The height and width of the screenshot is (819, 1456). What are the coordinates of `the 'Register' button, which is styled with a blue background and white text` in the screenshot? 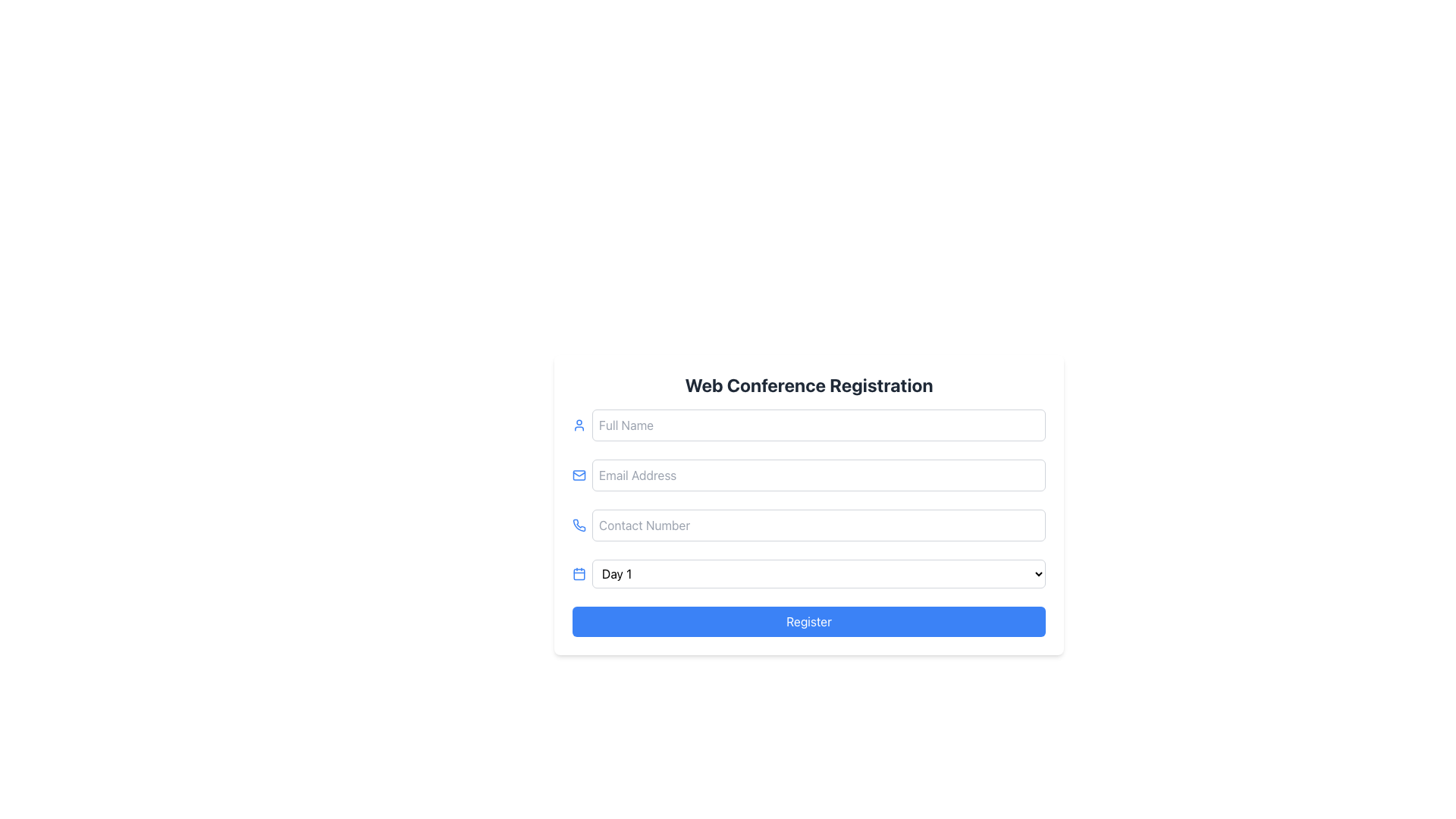 It's located at (808, 622).